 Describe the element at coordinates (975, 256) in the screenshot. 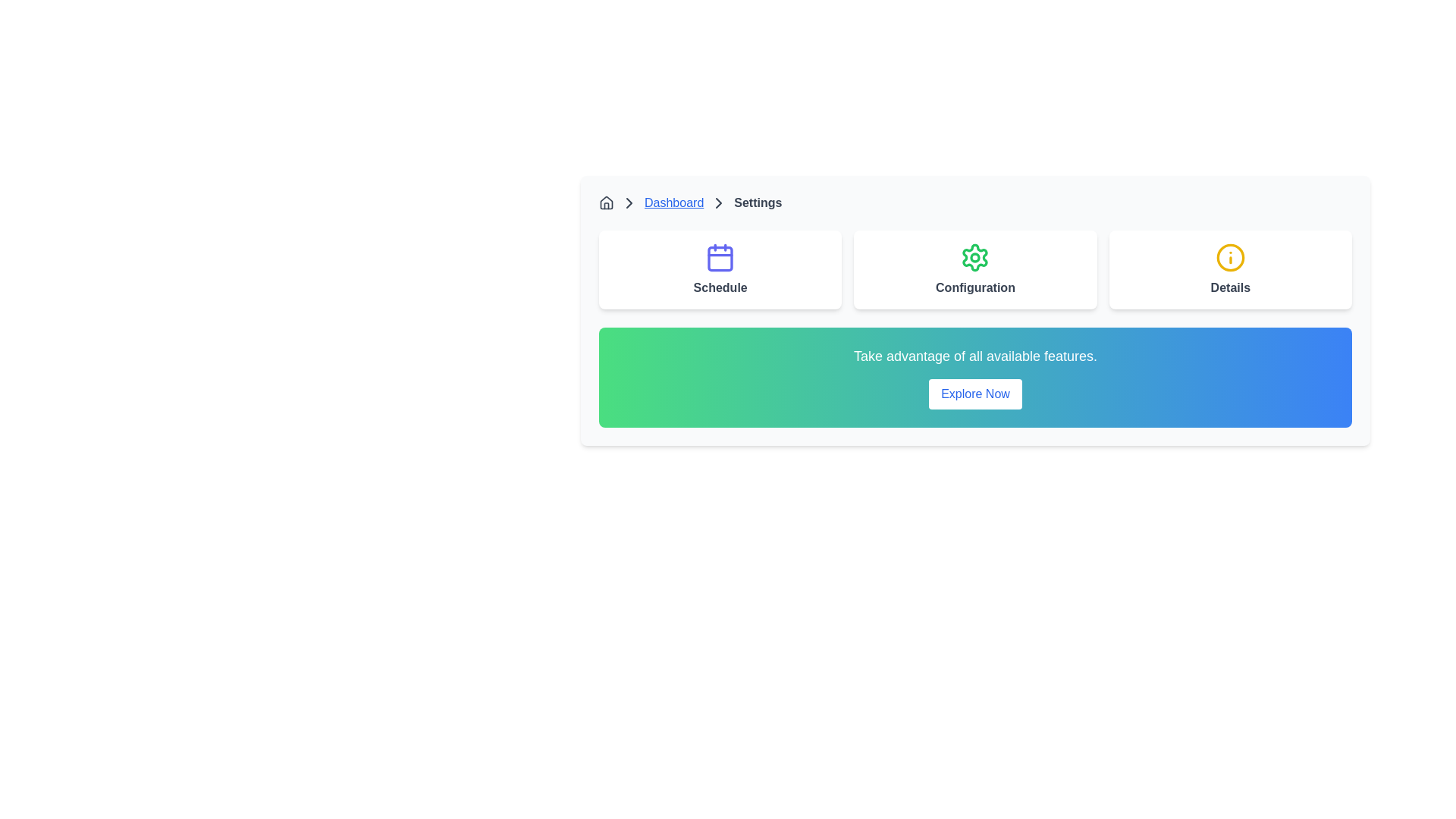

I see `the icon representing the 'Configuration' section within the button` at that location.